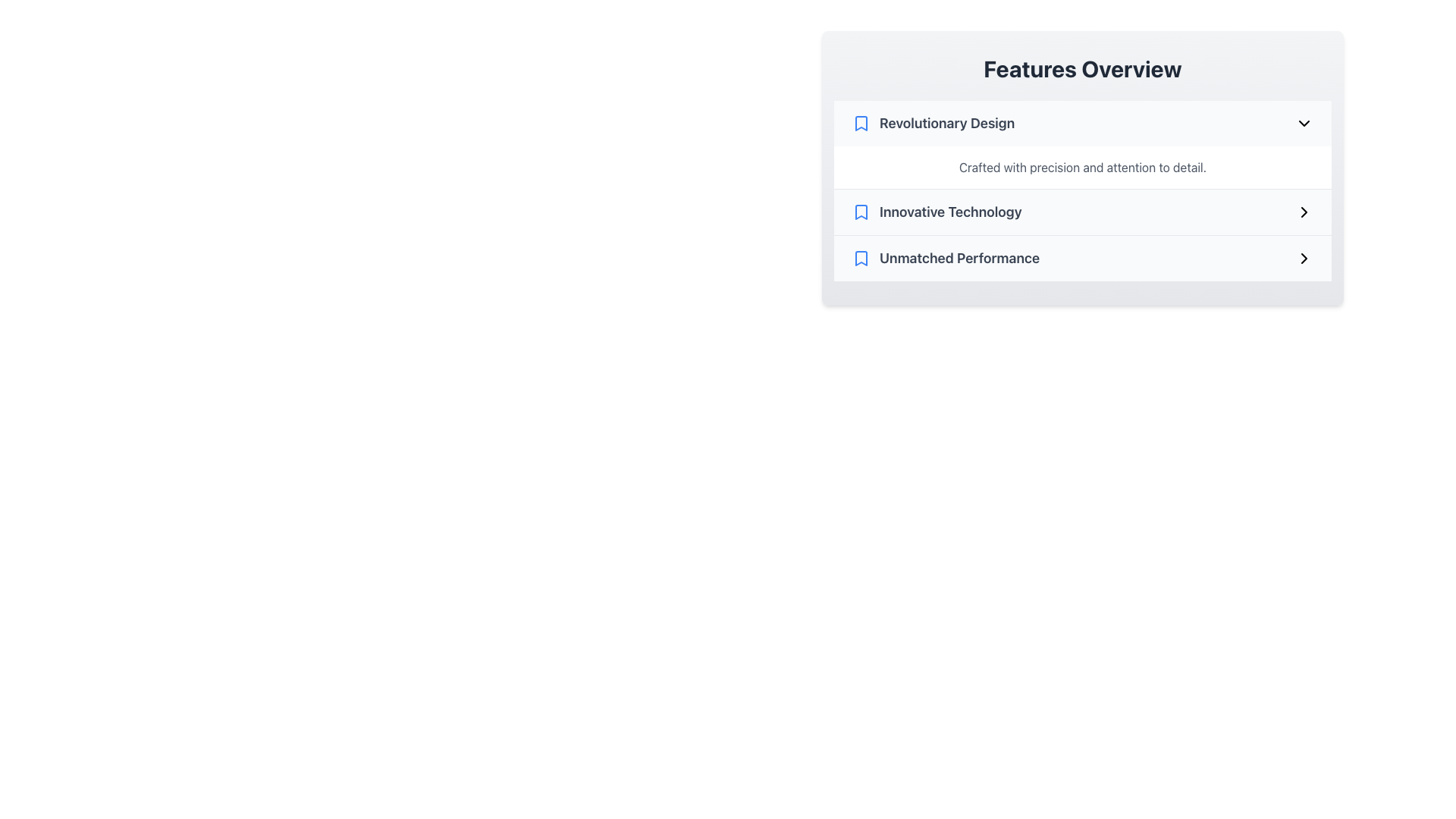  Describe the element at coordinates (932, 122) in the screenshot. I see `the 'Revolutionary Design' label to copy the text` at that location.